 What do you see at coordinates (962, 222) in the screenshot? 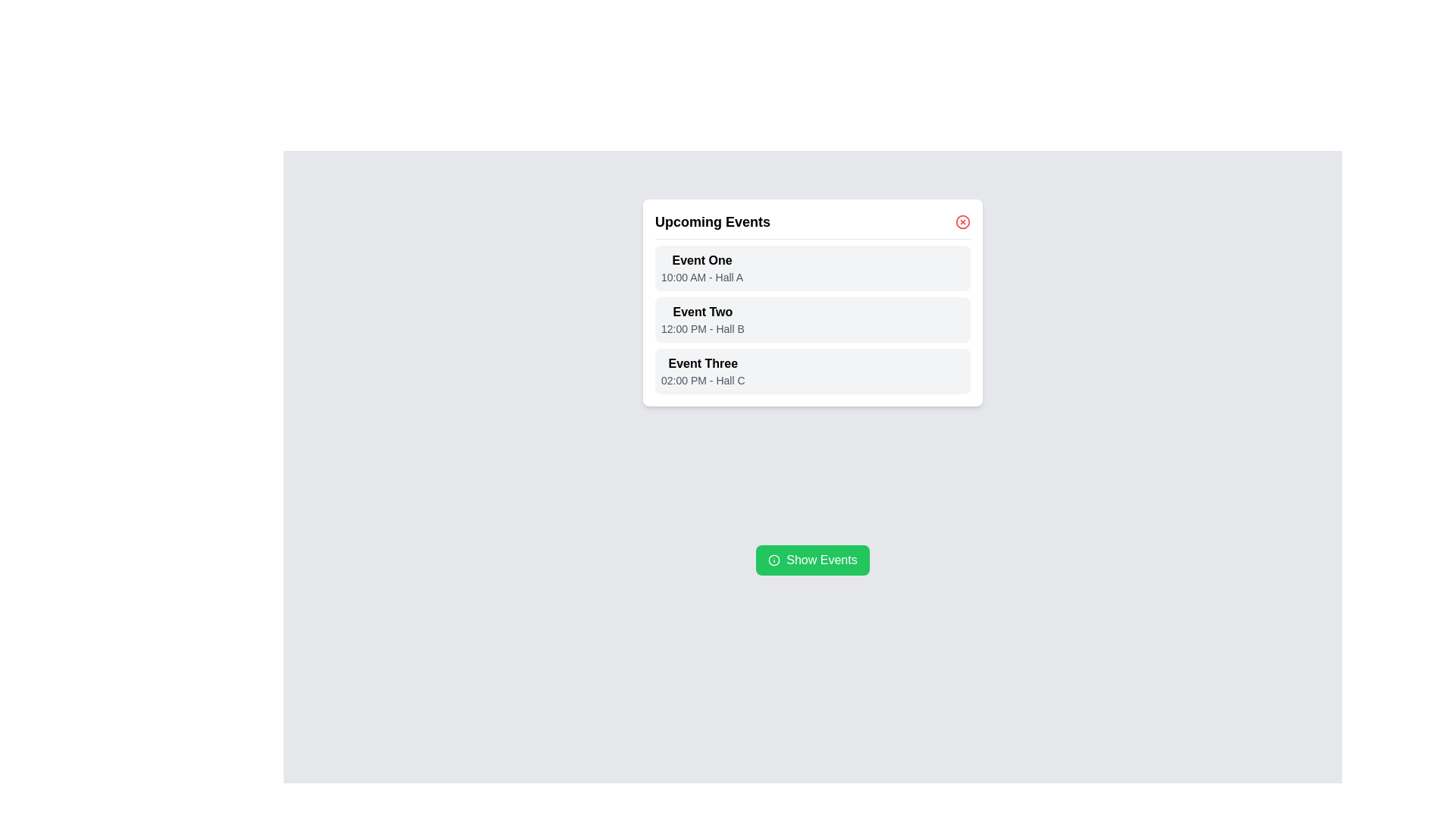
I see `the graphical circle that serves as the boundary for the close action button located at the top-right corner of the 'Upcoming Events' card` at bounding box center [962, 222].